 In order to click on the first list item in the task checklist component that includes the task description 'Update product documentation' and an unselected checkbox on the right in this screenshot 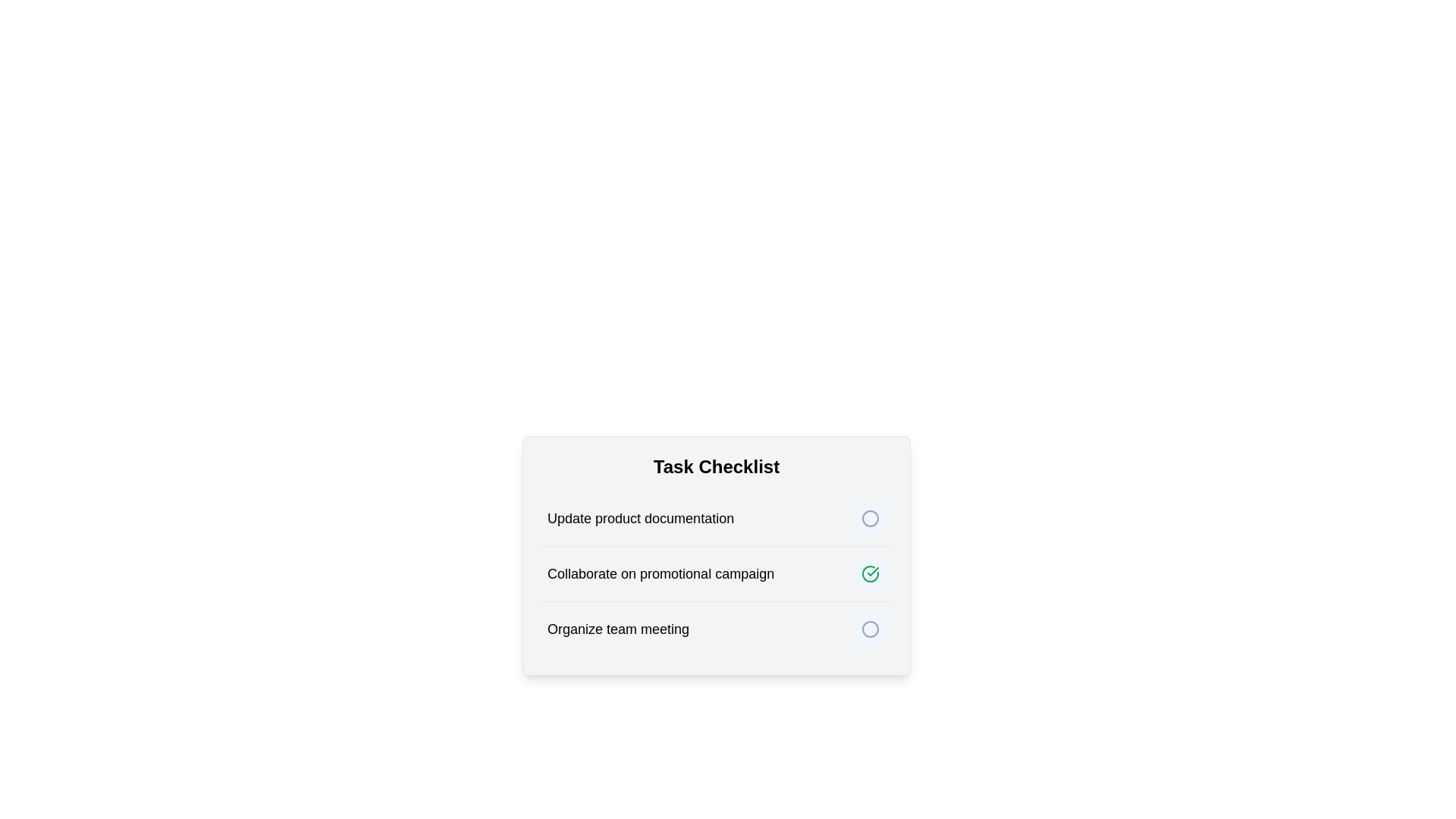, I will do `click(716, 517)`.